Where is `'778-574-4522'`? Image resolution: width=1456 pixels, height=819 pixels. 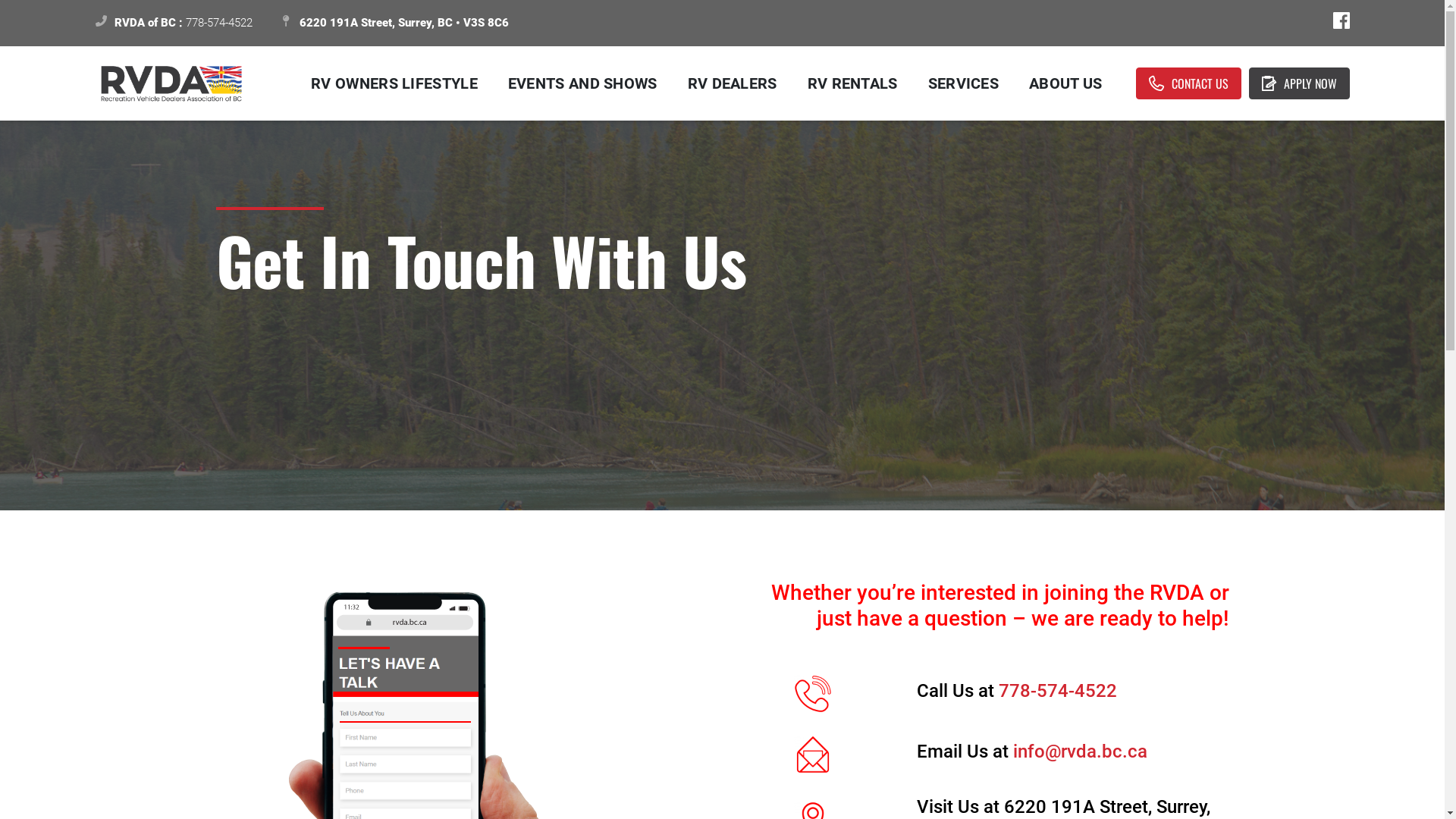
'778-574-4522' is located at coordinates (998, 690).